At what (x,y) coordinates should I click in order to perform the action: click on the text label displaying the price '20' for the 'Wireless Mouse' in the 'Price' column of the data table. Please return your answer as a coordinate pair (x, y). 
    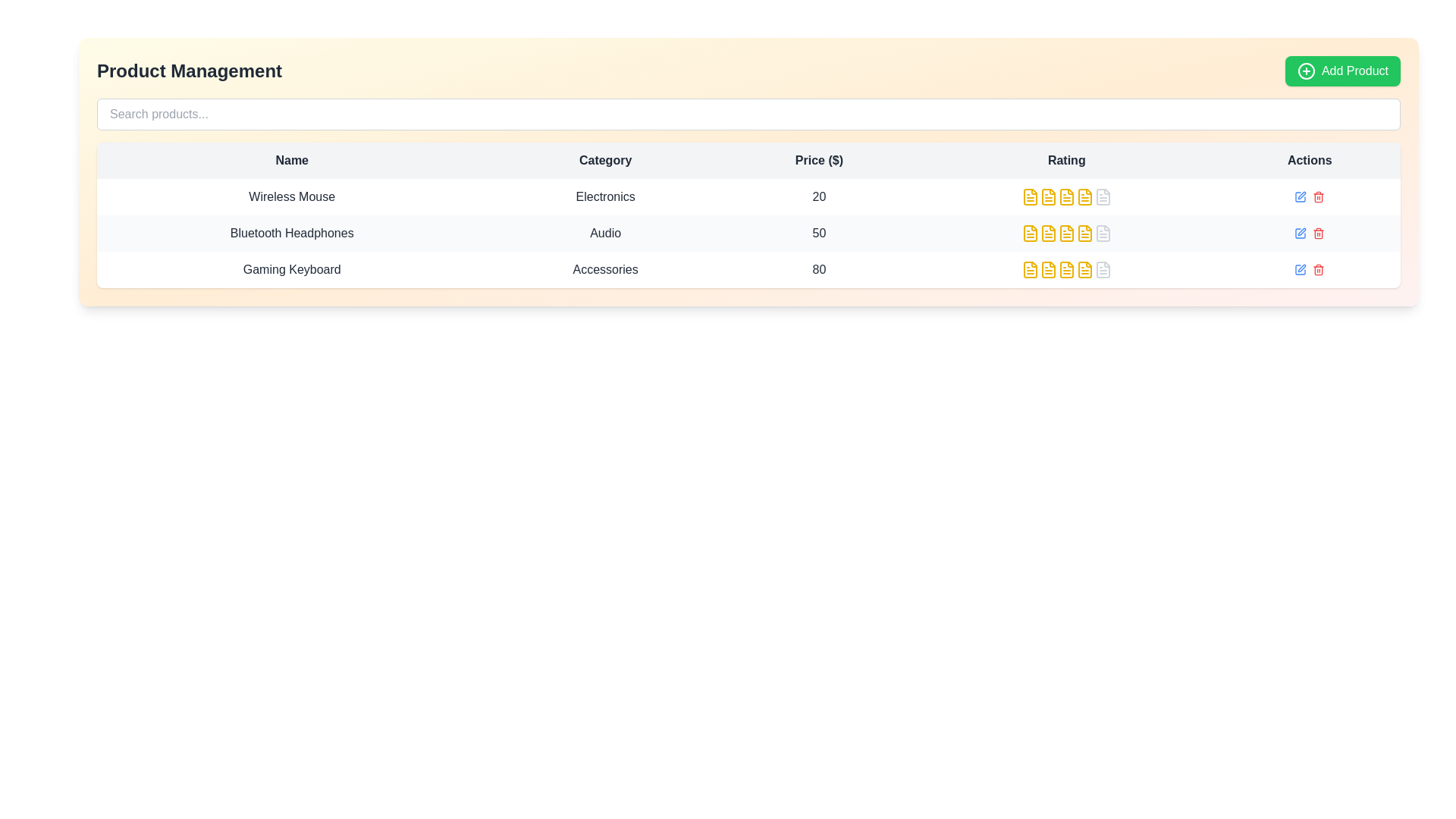
    Looking at the image, I should click on (818, 196).